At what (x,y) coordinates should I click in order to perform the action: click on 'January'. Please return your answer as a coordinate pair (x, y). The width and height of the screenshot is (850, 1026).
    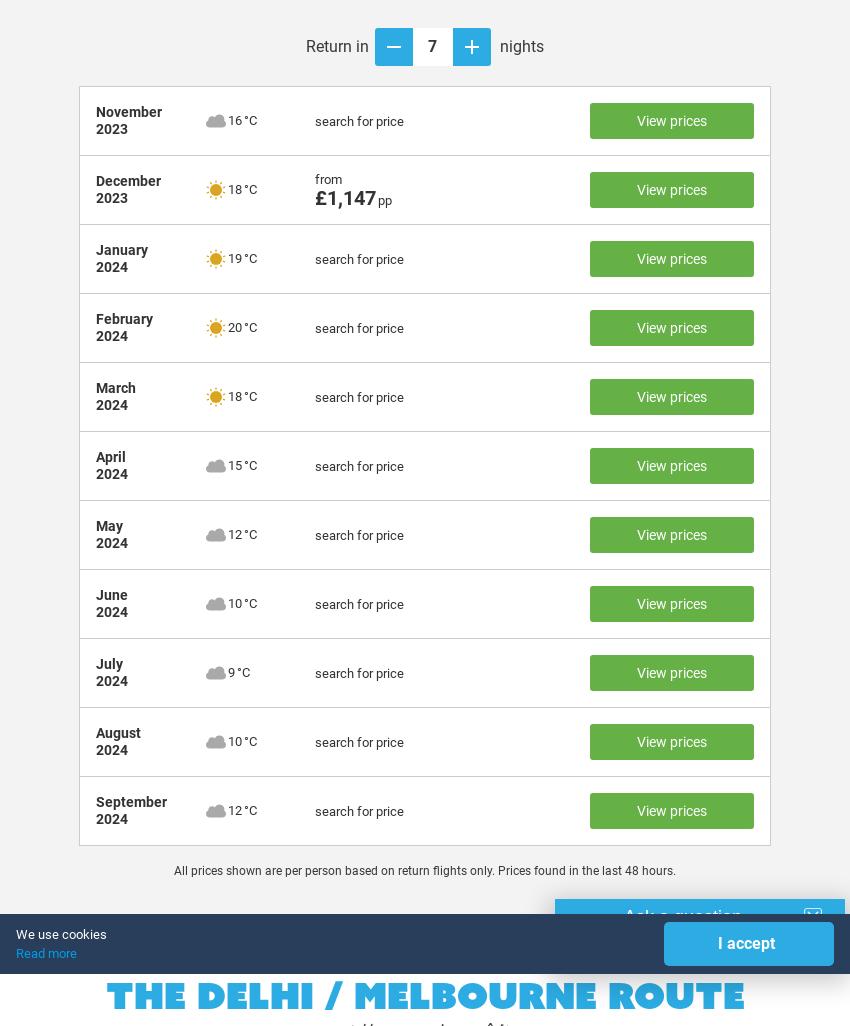
    Looking at the image, I should click on (120, 250).